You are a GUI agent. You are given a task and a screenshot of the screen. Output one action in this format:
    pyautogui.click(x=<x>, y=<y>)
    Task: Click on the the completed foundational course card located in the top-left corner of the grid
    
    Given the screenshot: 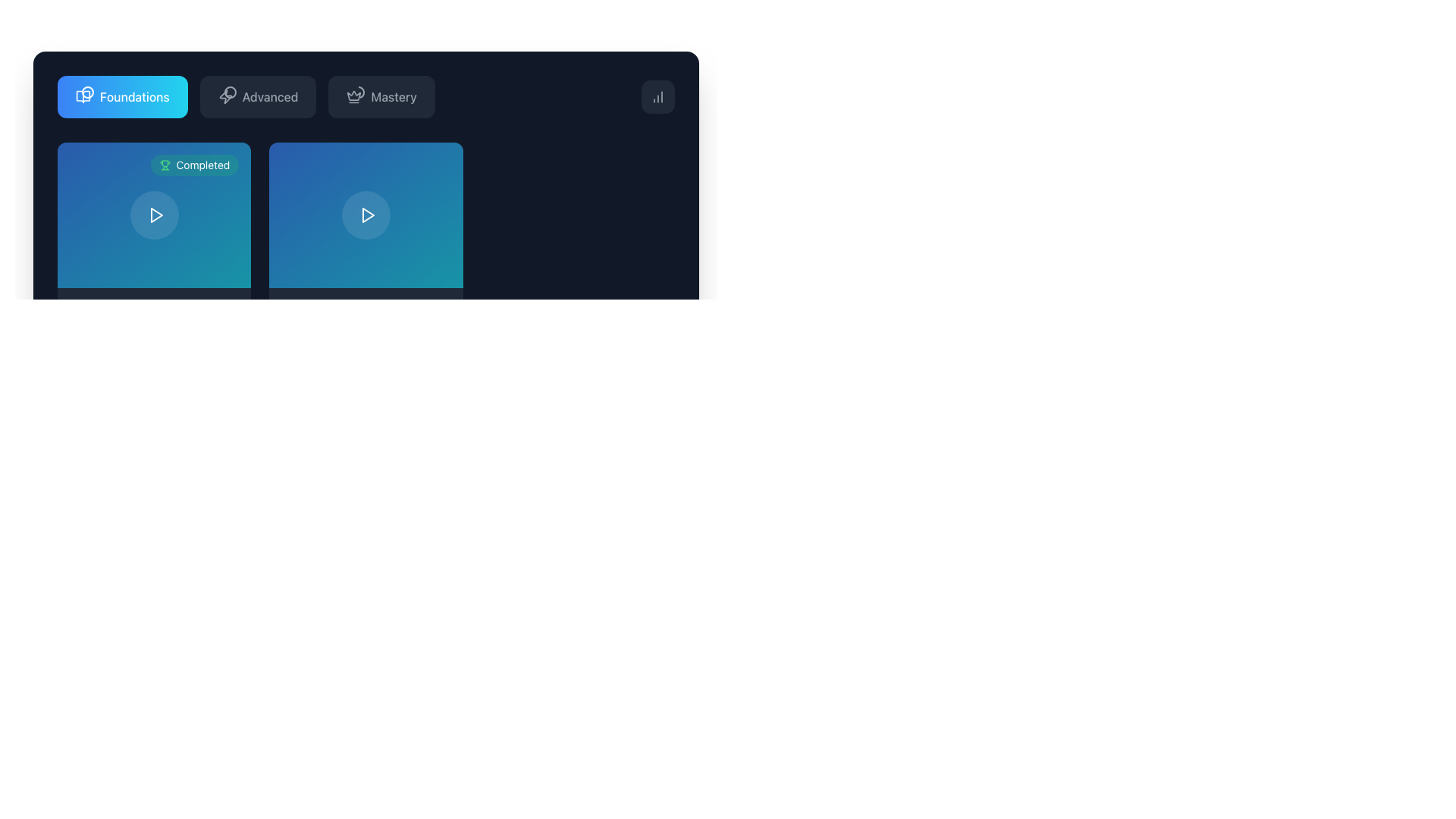 What is the action you would take?
    pyautogui.click(x=154, y=278)
    